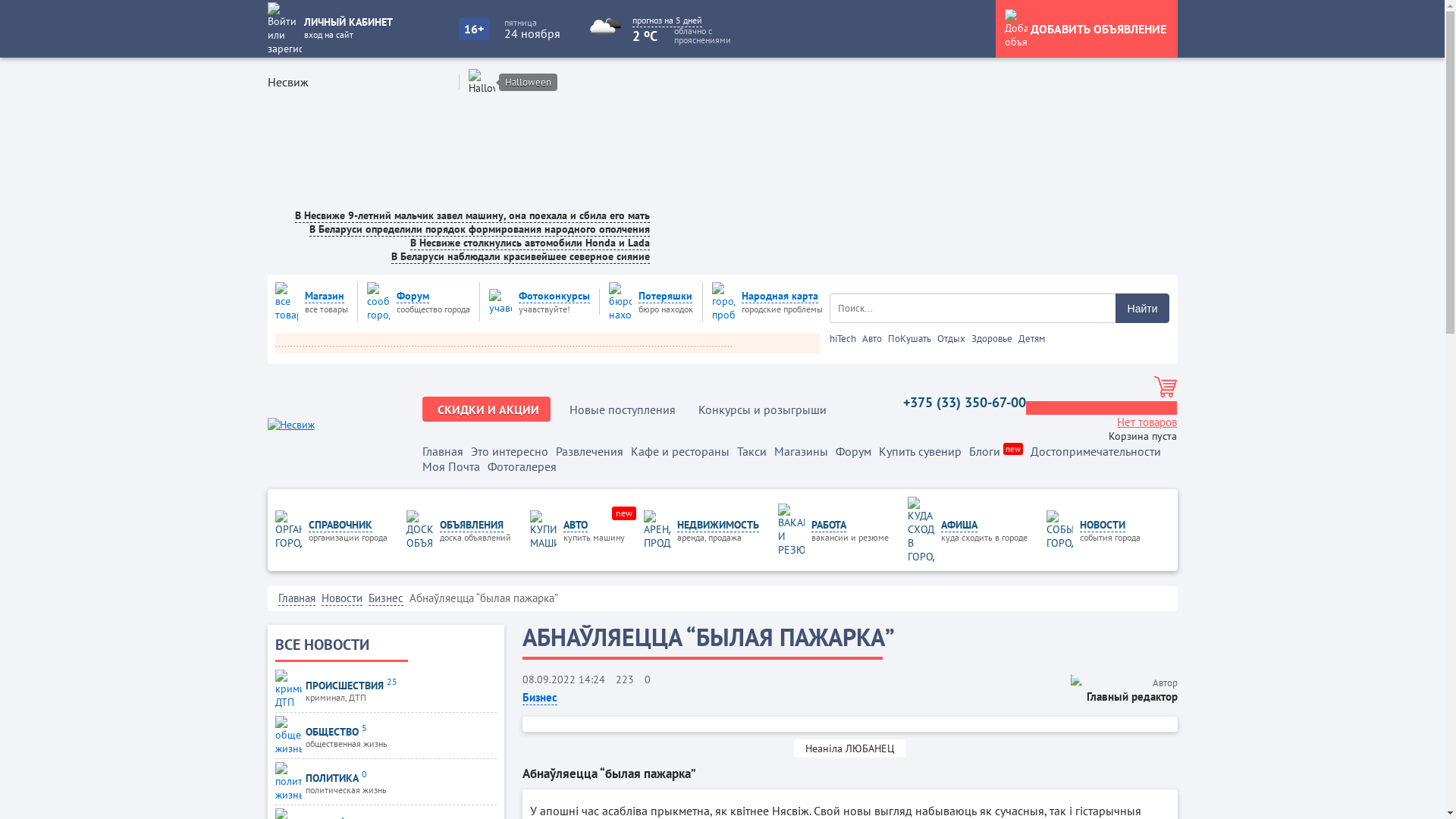  Describe the element at coordinates (829, 337) in the screenshot. I see `'hiTech'` at that location.